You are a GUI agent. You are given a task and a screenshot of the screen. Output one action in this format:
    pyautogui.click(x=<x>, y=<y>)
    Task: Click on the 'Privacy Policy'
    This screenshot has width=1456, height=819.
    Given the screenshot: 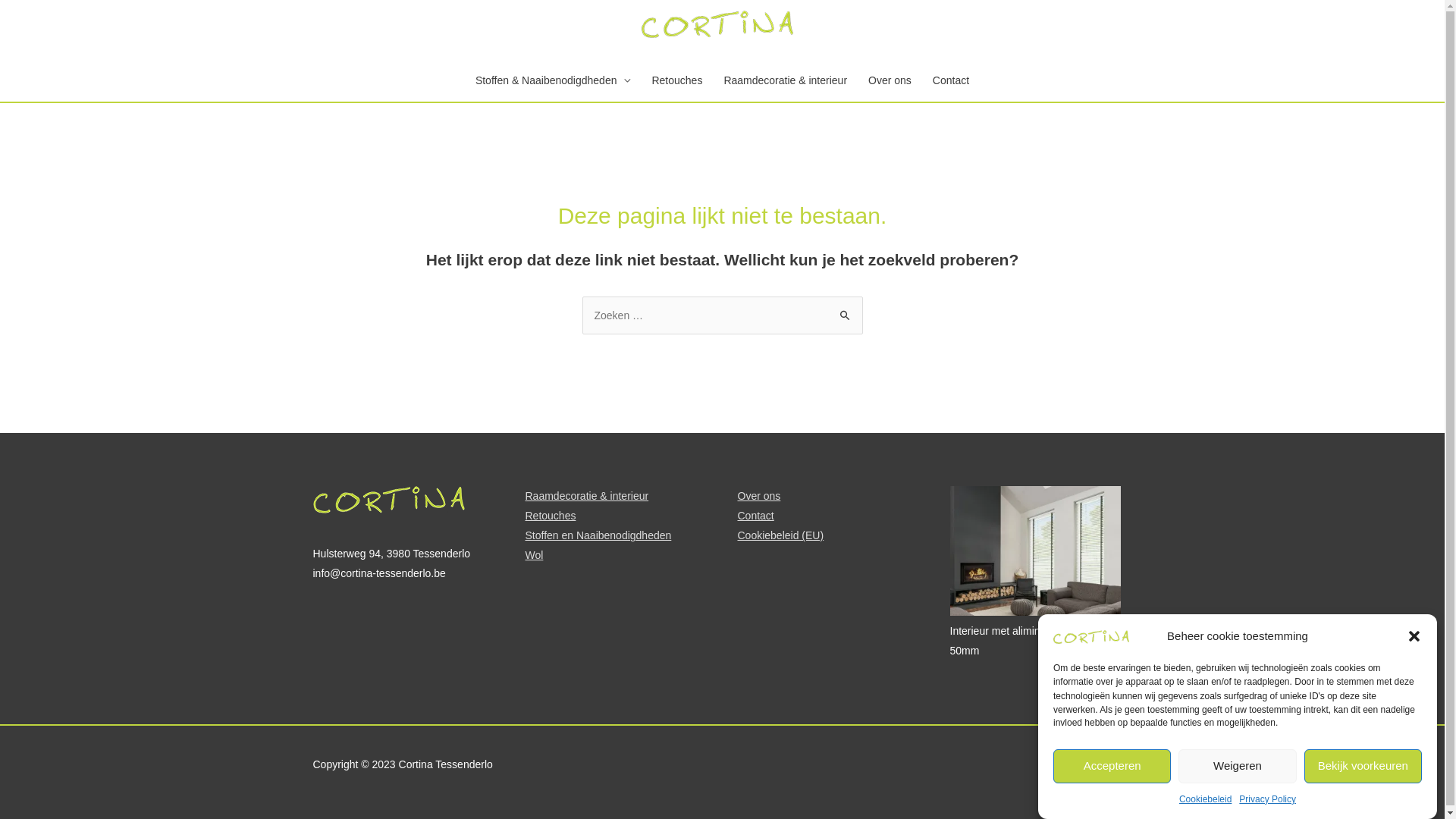 What is the action you would take?
    pyautogui.click(x=1238, y=798)
    